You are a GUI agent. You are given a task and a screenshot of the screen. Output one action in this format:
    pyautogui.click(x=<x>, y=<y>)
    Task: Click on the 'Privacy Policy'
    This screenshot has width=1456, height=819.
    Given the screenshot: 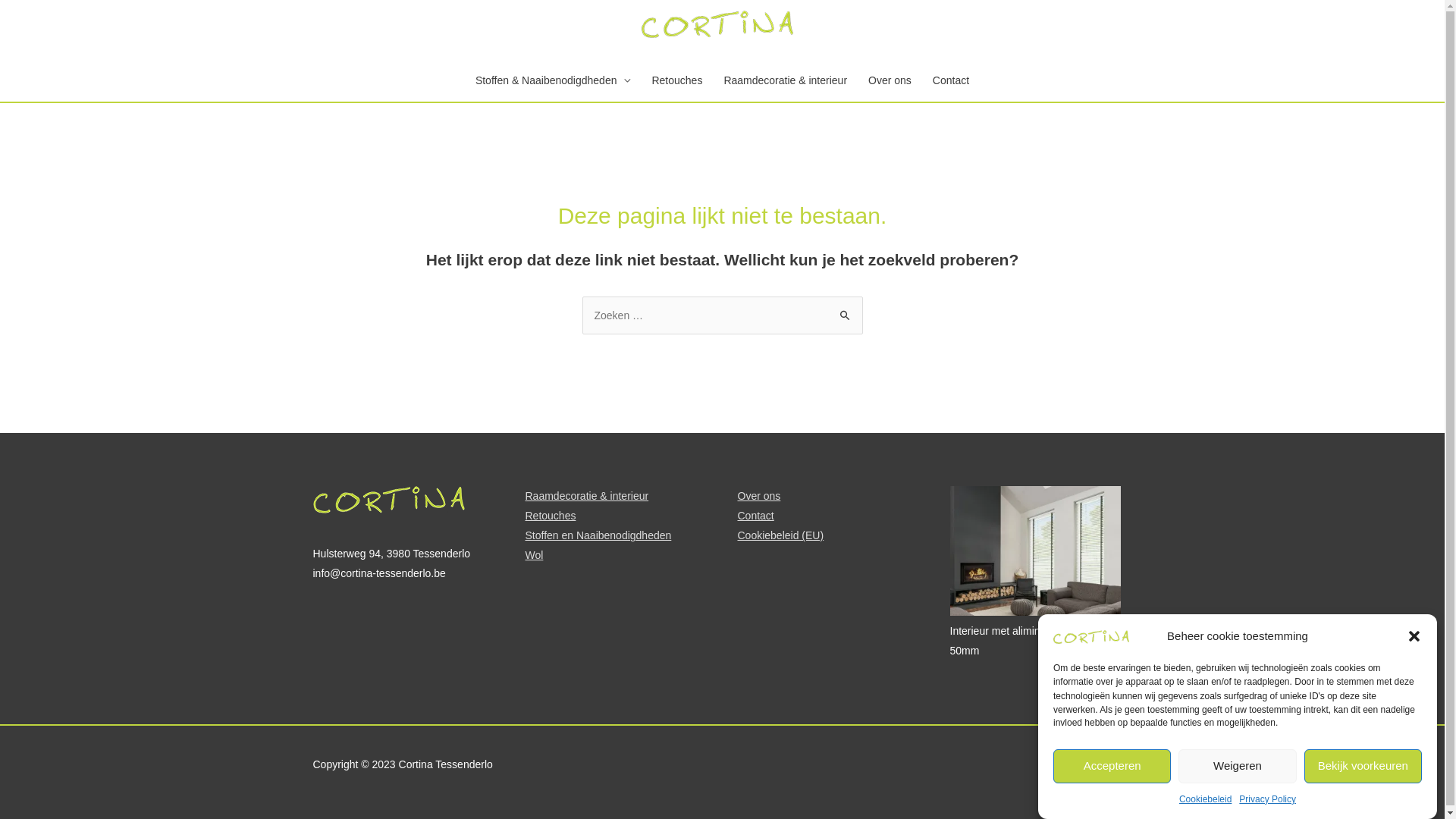 What is the action you would take?
    pyautogui.click(x=1238, y=798)
    